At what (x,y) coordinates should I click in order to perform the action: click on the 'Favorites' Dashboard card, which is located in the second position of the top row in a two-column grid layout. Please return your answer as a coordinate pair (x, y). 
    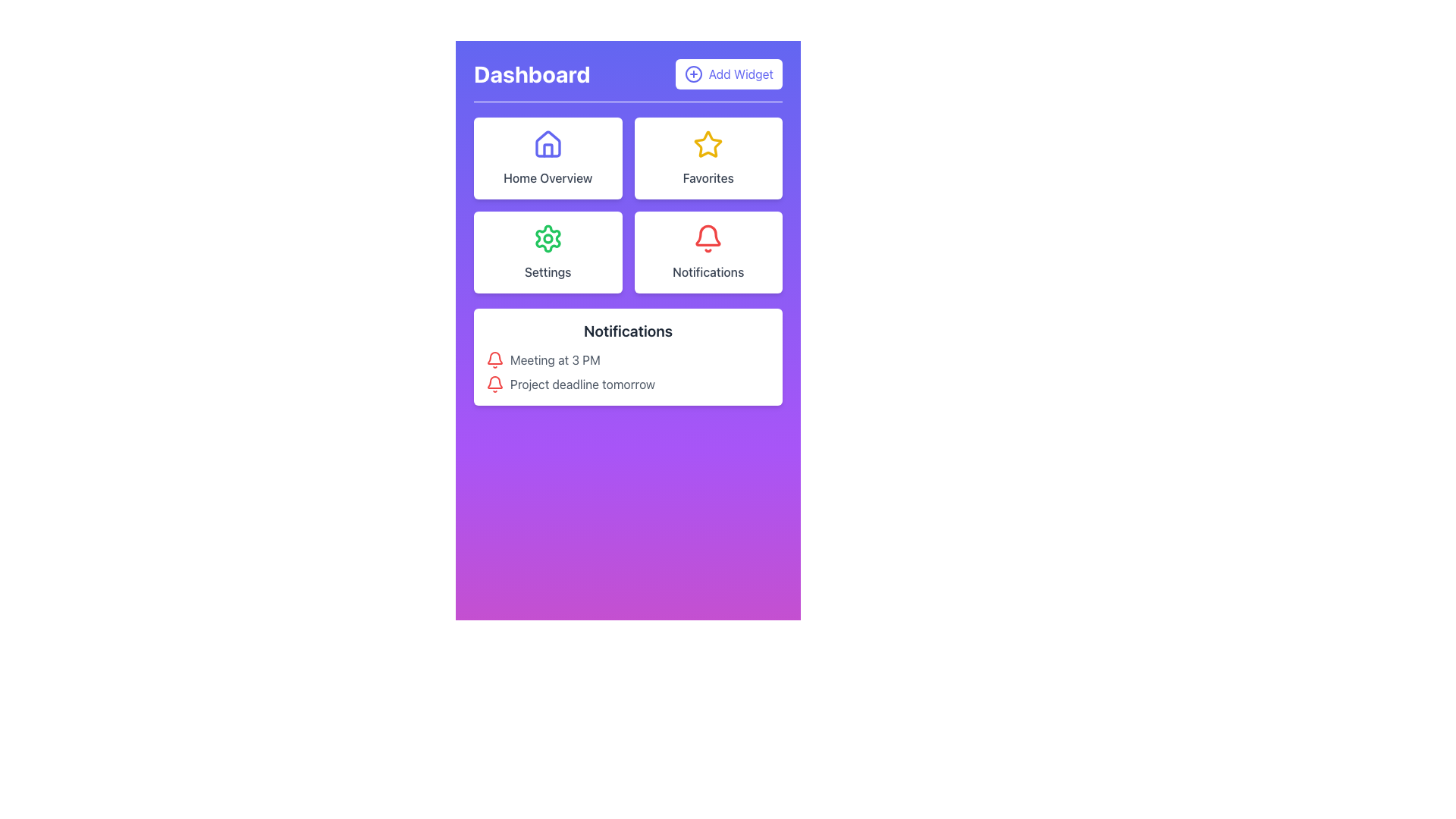
    Looking at the image, I should click on (708, 158).